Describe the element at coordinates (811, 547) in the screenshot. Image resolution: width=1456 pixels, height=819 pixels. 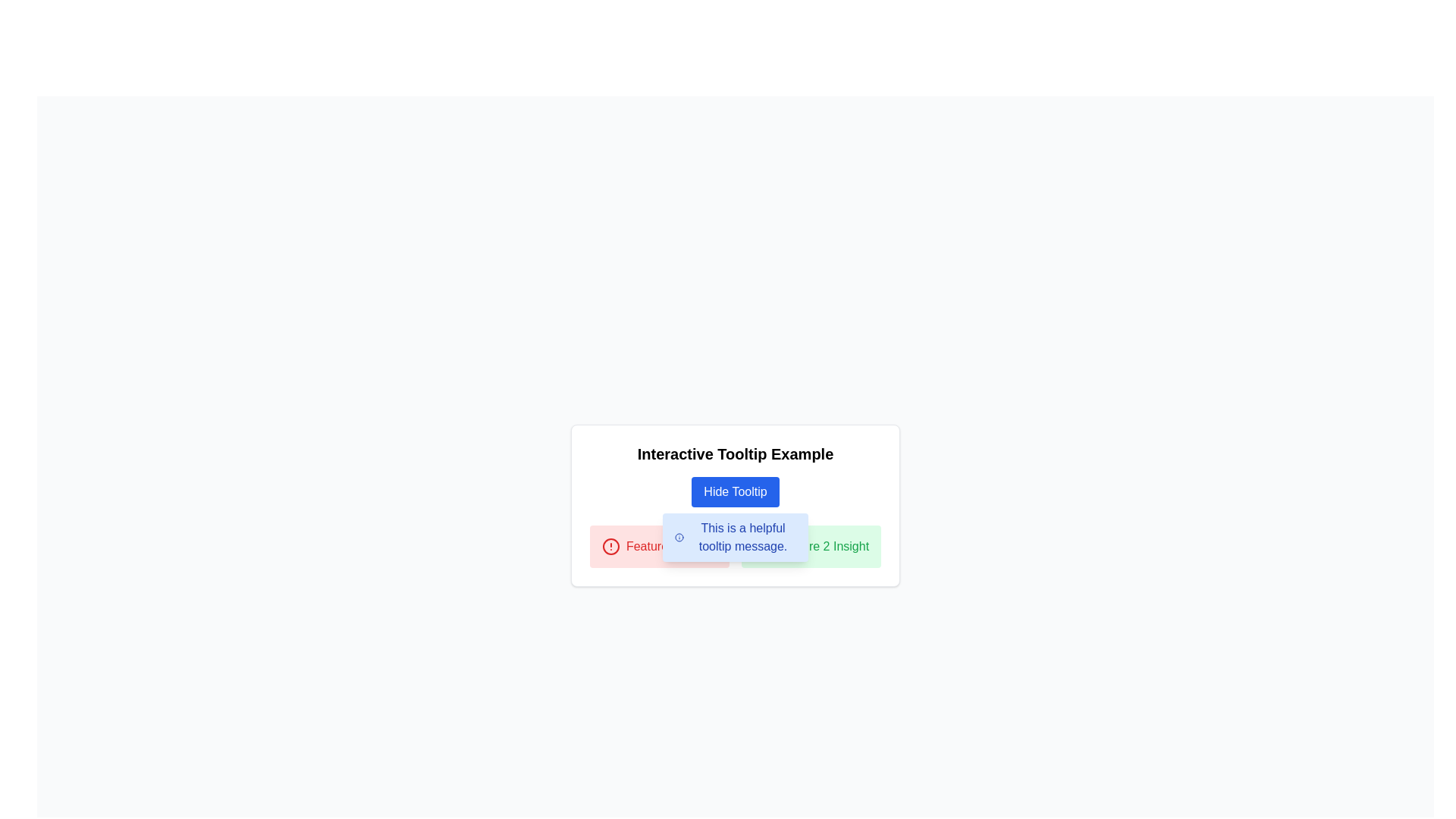
I see `the informational banner labeled 'Feature 2 Insight', which is a green box with rounded corners and an alert icon to the left of the text` at that location.